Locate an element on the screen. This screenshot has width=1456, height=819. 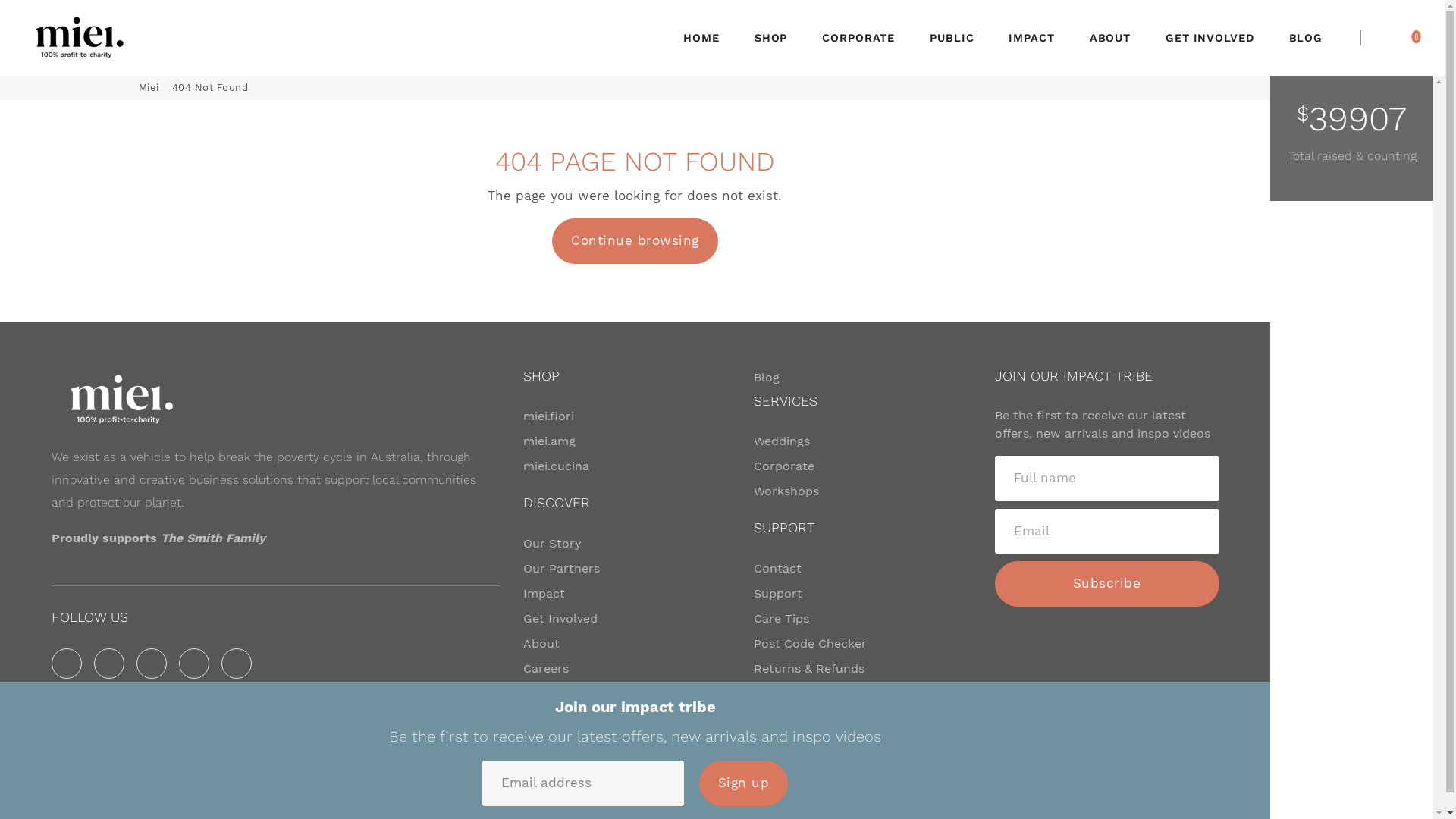
'Our Story' is located at coordinates (551, 543).